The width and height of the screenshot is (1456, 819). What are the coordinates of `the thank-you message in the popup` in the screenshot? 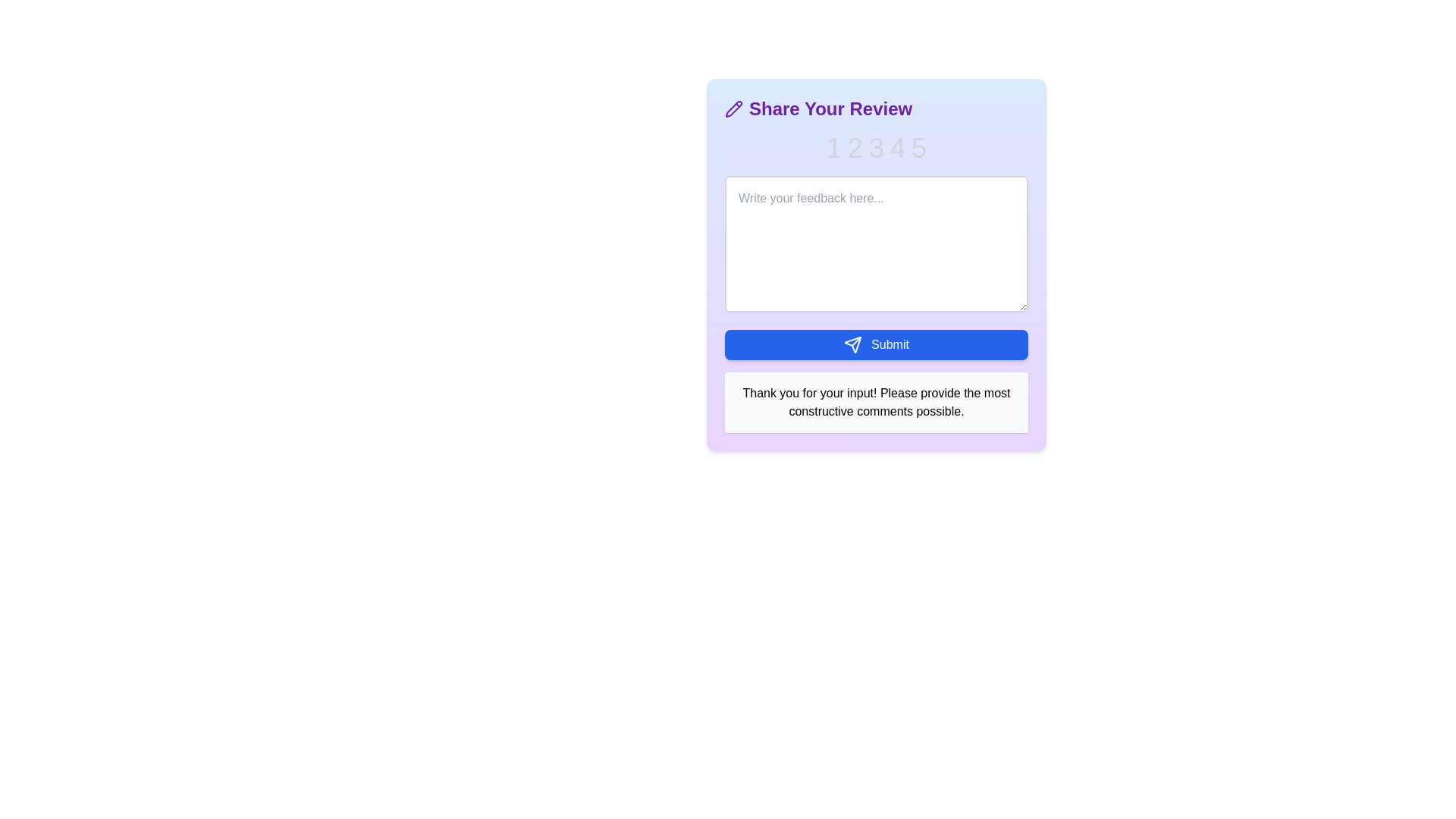 It's located at (877, 402).